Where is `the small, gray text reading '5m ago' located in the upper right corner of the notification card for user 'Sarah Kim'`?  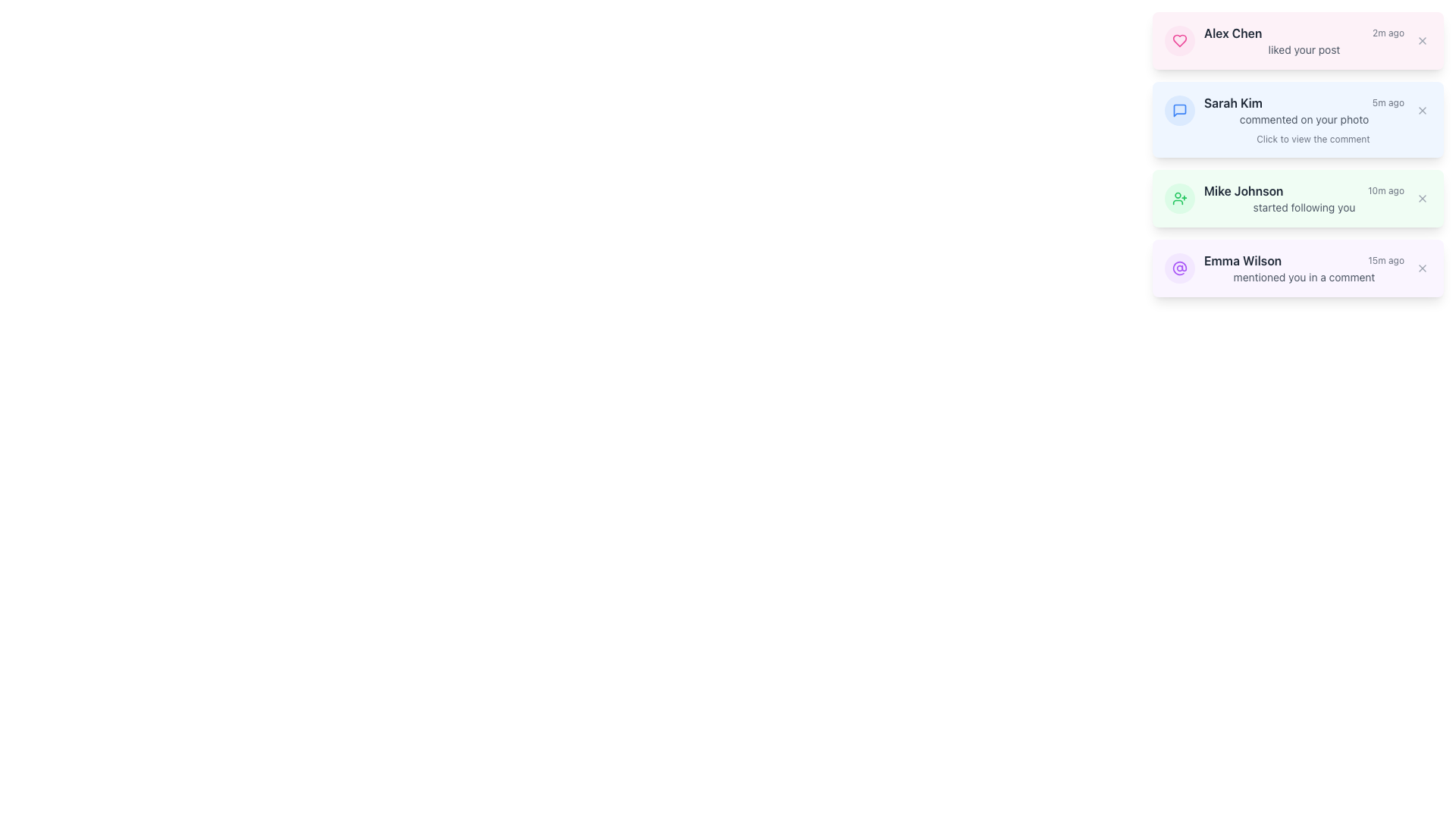
the small, gray text reading '5m ago' located in the upper right corner of the notification card for user 'Sarah Kim' is located at coordinates (1388, 102).